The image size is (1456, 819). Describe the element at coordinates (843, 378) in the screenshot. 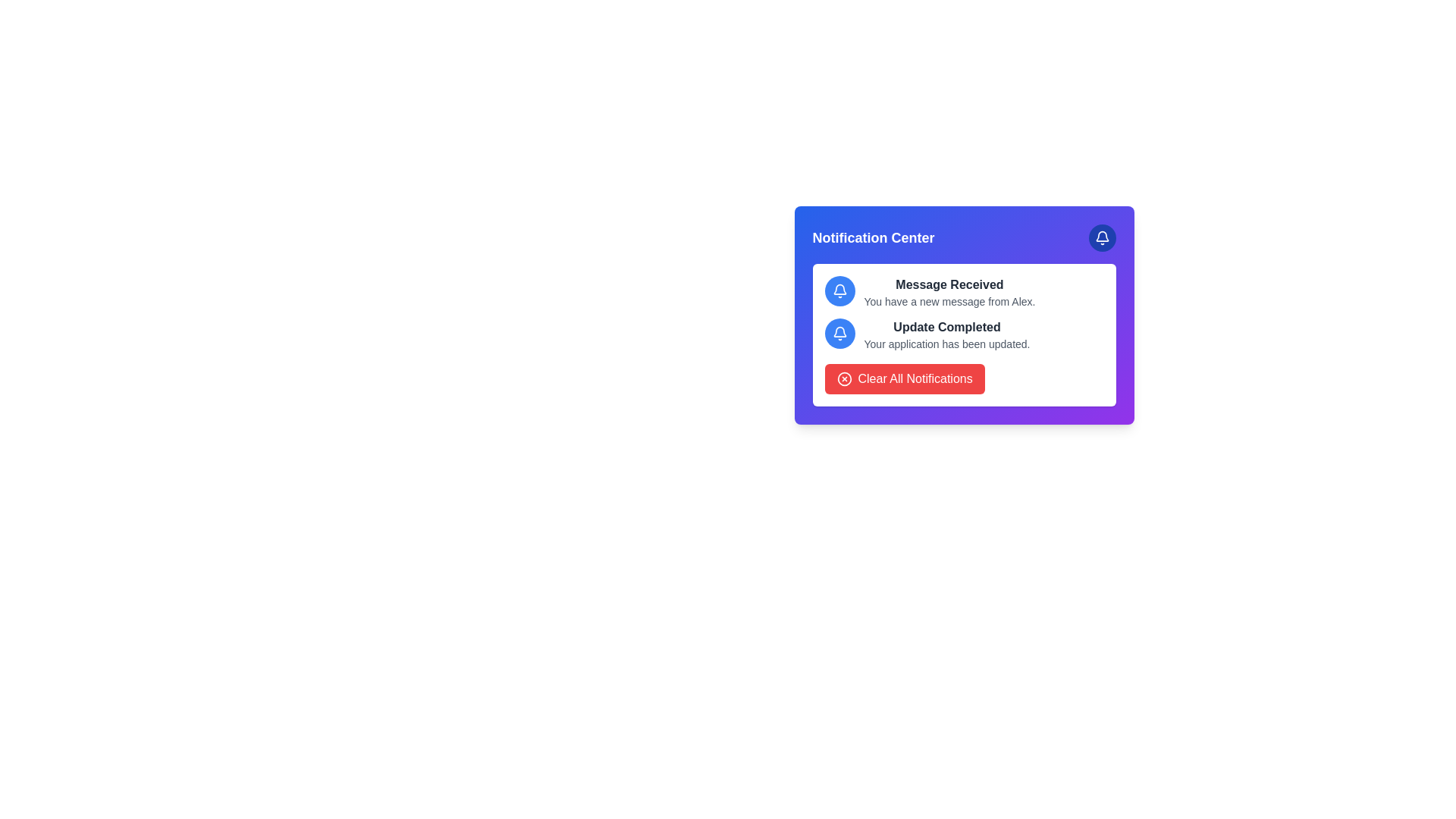

I see `the icon embedded in the 'Clear All Notifications' button, which represents the action of clearing all notifications, located near the bottom-center of the notification panel` at that location.